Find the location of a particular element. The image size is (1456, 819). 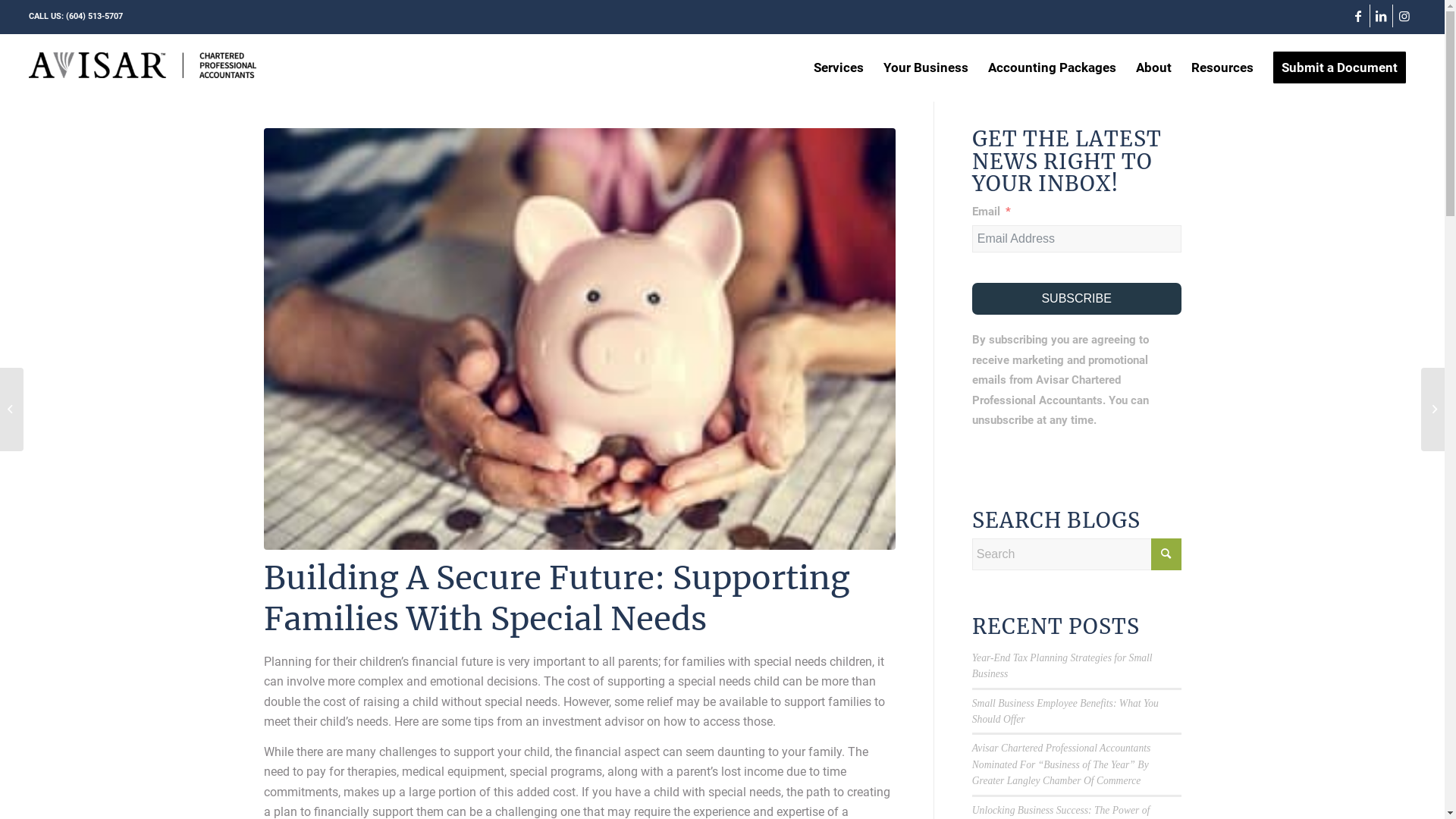

'Instagram' is located at coordinates (1393, 15).